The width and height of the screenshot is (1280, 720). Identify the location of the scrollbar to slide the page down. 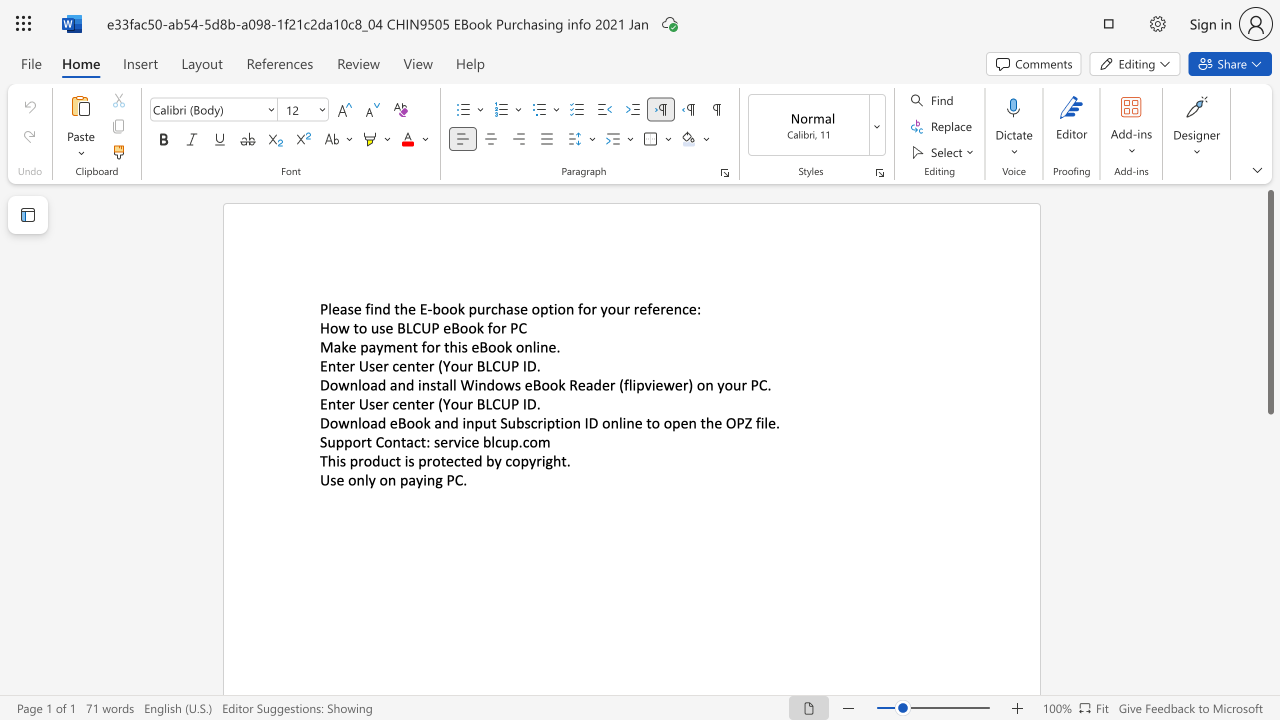
(1269, 518).